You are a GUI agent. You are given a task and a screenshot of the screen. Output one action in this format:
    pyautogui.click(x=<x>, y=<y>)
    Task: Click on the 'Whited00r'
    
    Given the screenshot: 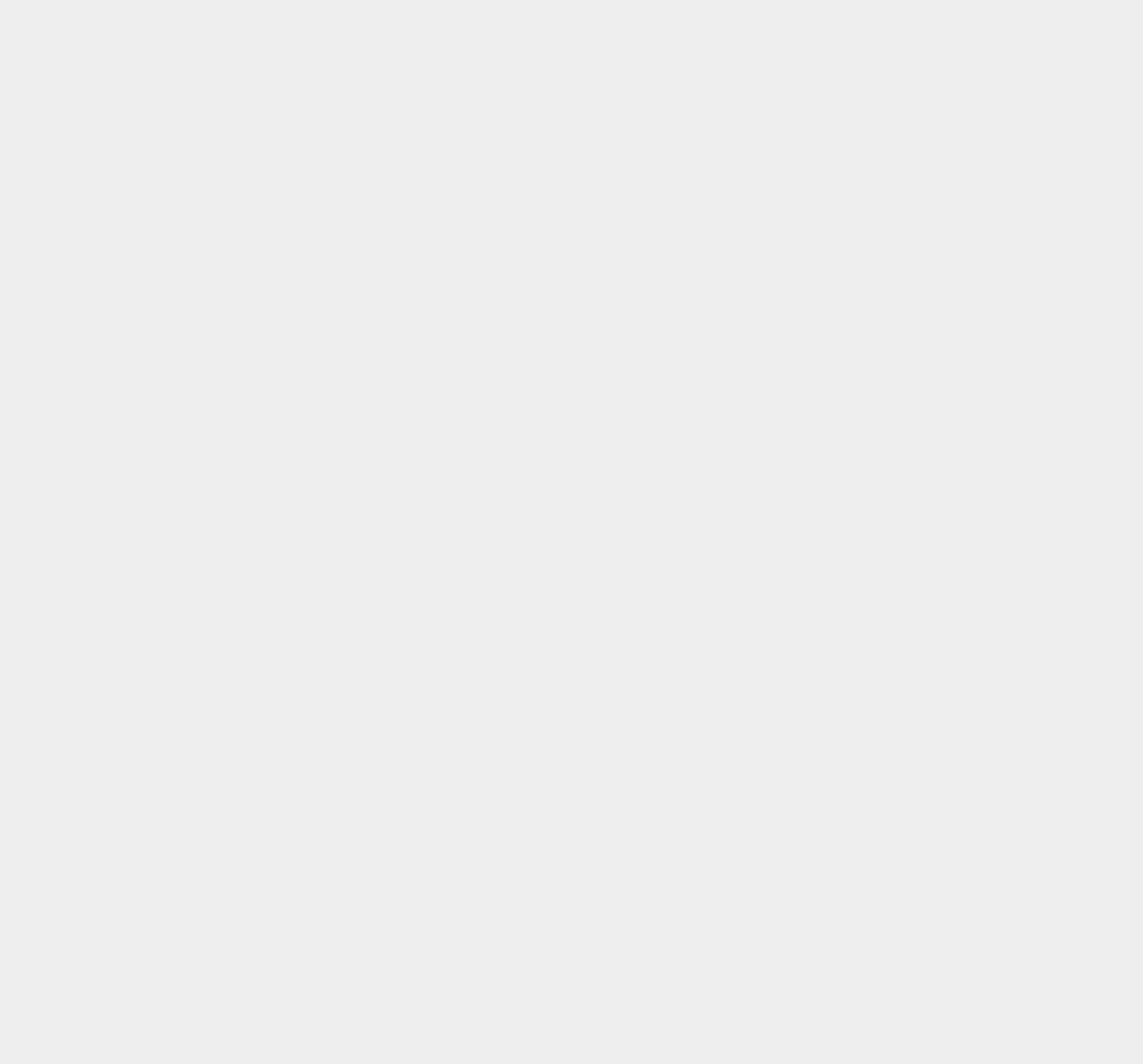 What is the action you would take?
    pyautogui.click(x=839, y=710)
    